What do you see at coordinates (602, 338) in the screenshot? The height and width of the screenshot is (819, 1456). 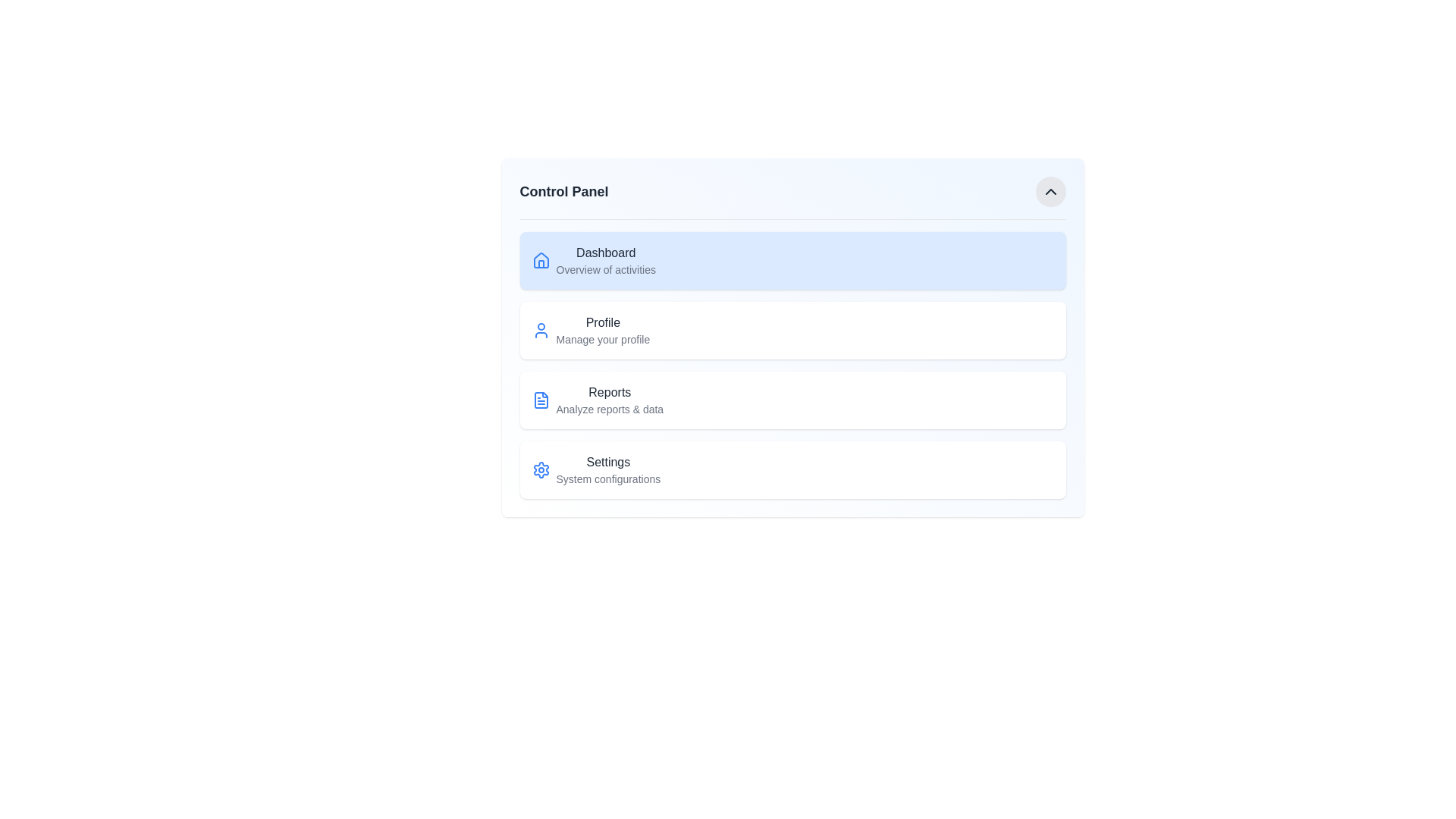 I see `the Text label that provides additional information about the 'Profile' section, positioned directly below the 'Profile' title` at bounding box center [602, 338].